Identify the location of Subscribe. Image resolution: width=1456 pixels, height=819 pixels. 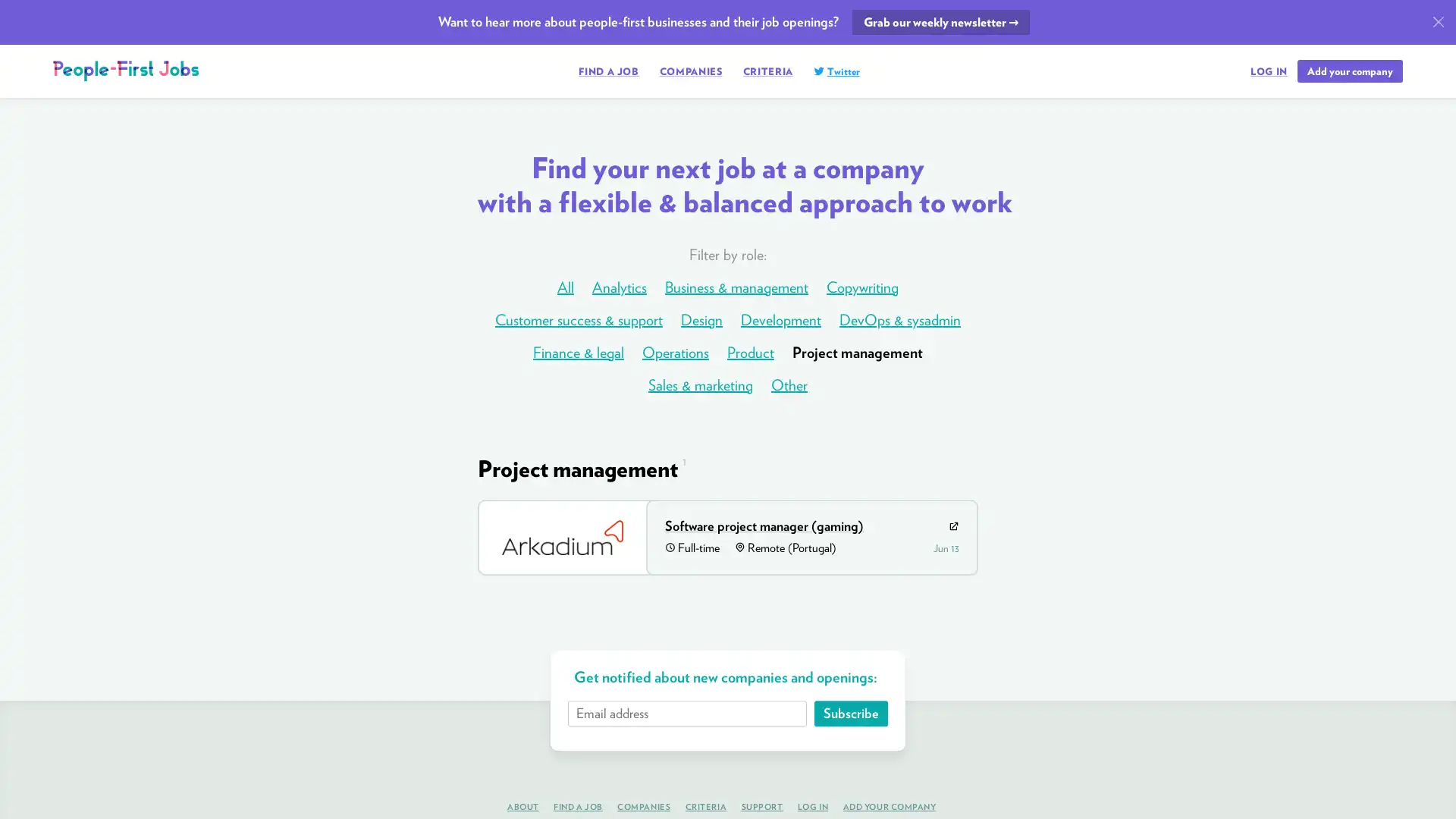
(850, 713).